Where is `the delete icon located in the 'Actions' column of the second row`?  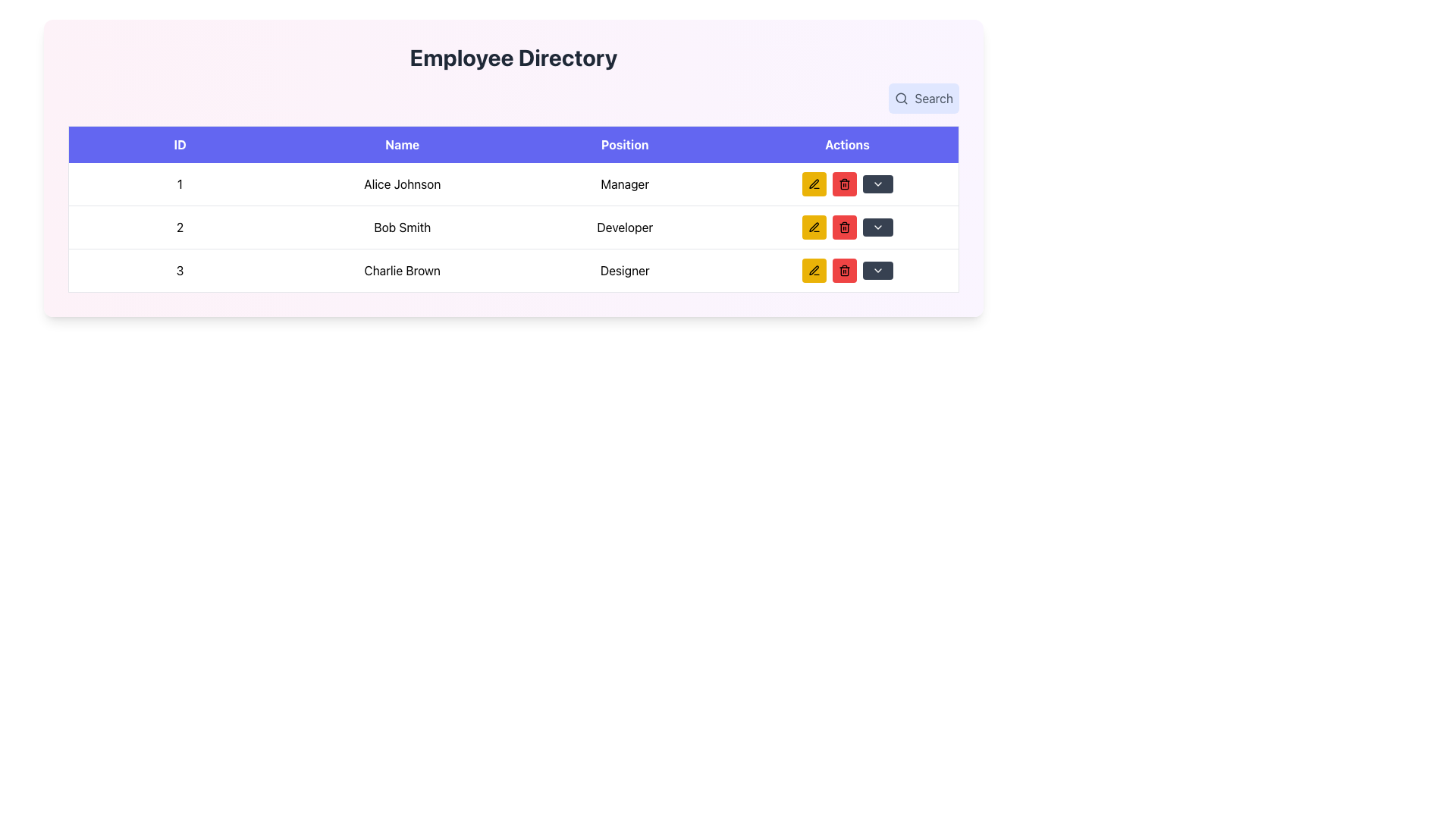
the delete icon located in the 'Actions' column of the second row is located at coordinates (843, 270).